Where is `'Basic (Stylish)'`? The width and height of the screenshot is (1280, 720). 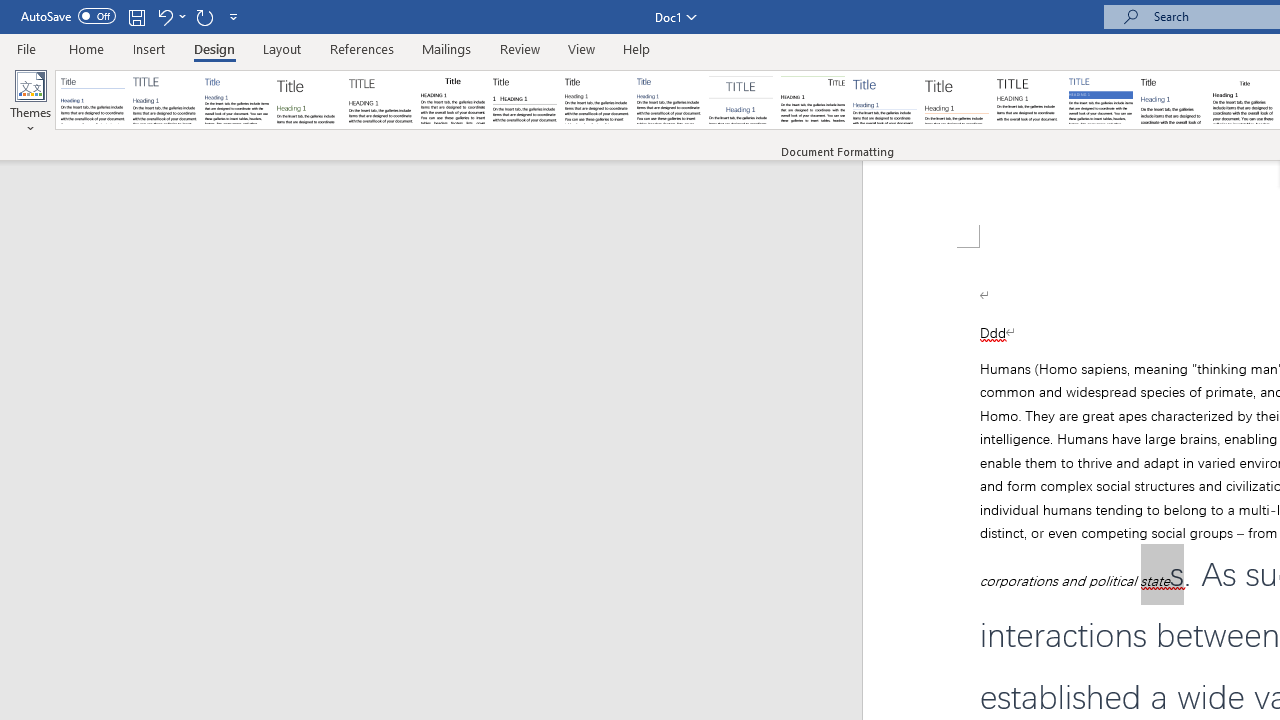
'Basic (Stylish)' is located at coordinates (308, 100).